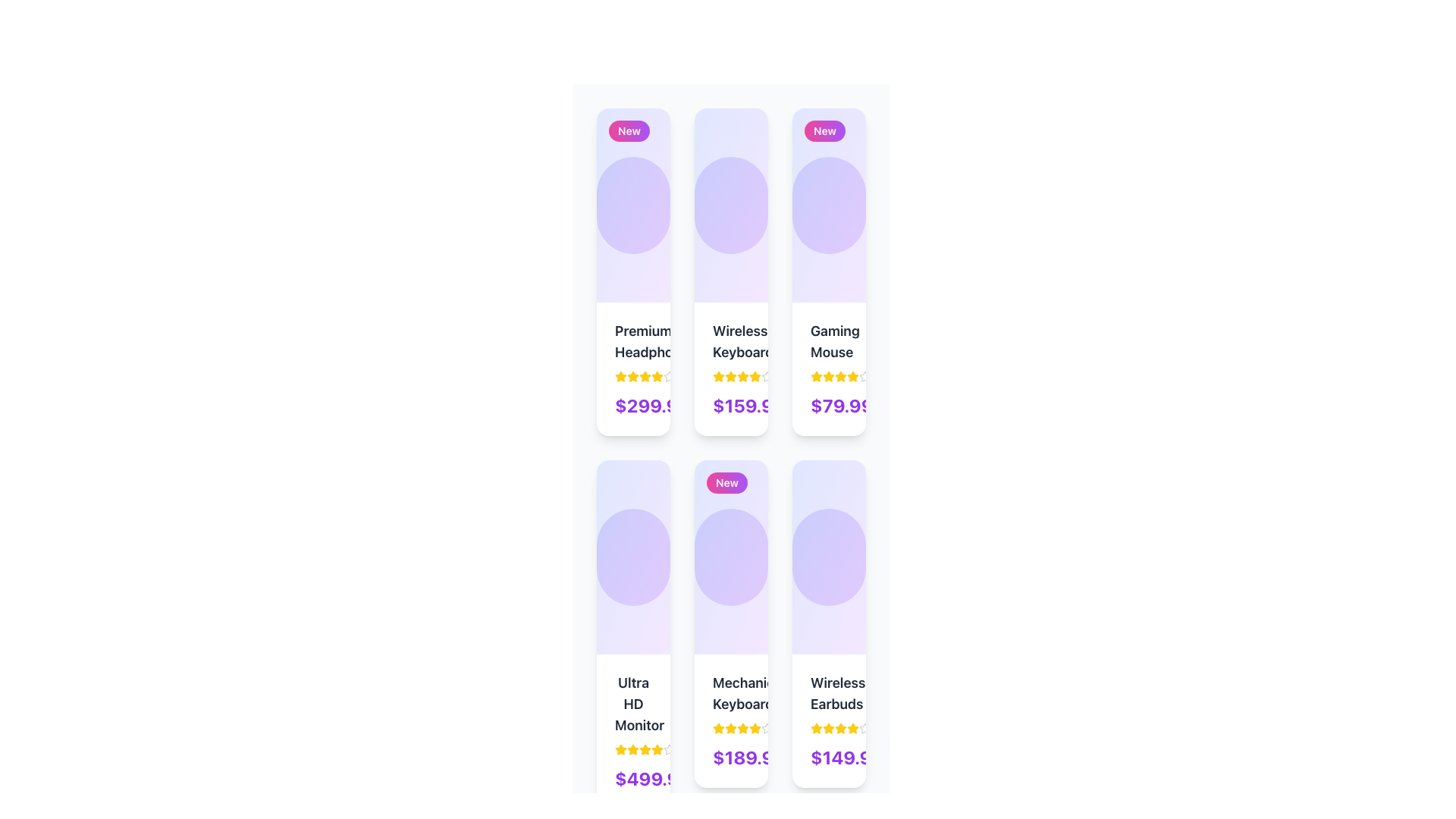 The width and height of the screenshot is (1456, 819). What do you see at coordinates (731, 557) in the screenshot?
I see `the 'New' status badge located in the top-left corner of the 'Mechanical Keyboard' card layout` at bounding box center [731, 557].